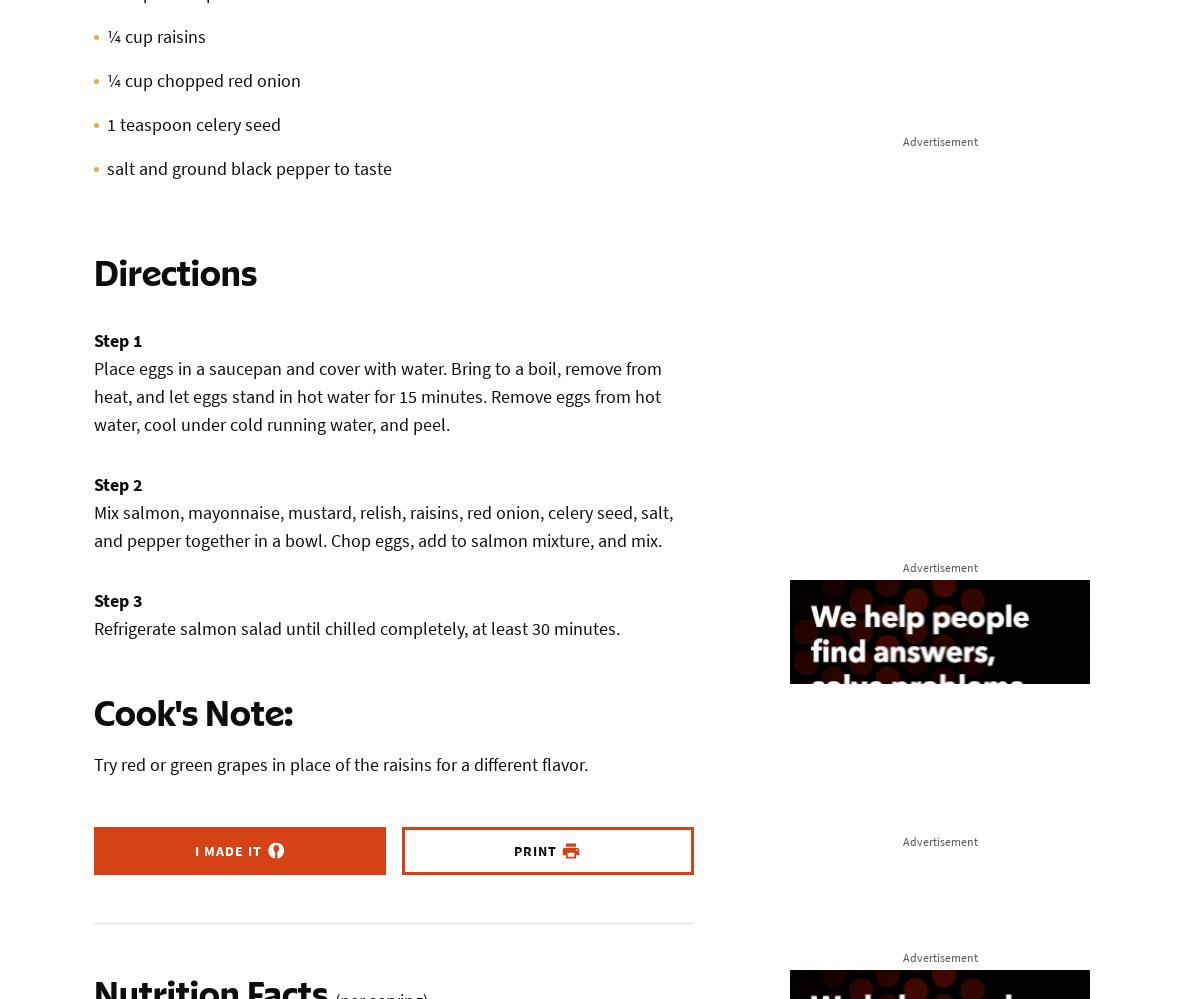  Describe the element at coordinates (155, 124) in the screenshot. I see `'teaspoon'` at that location.